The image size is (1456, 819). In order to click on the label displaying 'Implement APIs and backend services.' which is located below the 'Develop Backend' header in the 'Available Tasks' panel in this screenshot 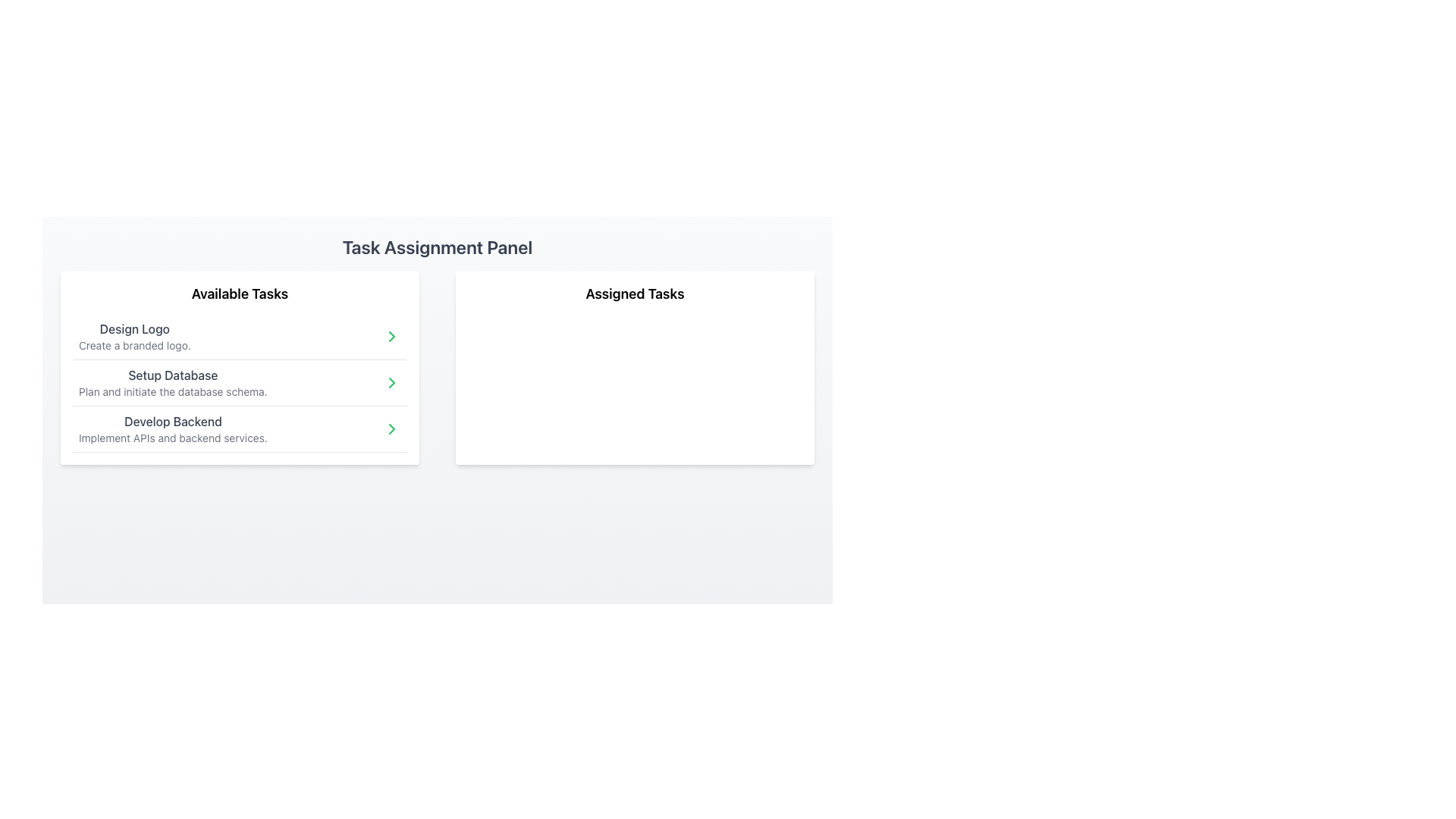, I will do `click(173, 438)`.